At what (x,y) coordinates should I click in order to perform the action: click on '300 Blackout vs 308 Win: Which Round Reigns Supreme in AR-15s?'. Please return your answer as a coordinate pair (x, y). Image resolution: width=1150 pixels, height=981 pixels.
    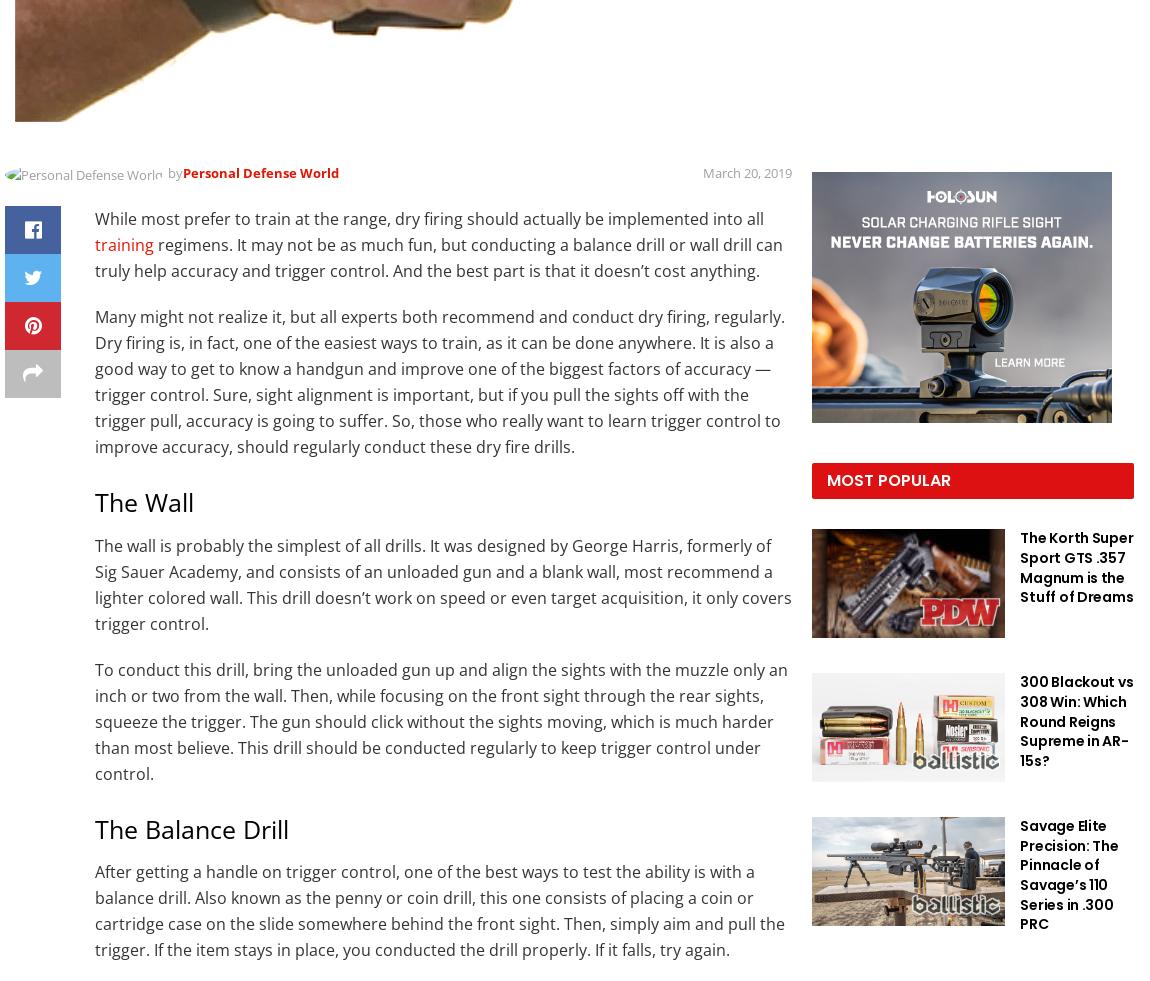
    Looking at the image, I should click on (1076, 721).